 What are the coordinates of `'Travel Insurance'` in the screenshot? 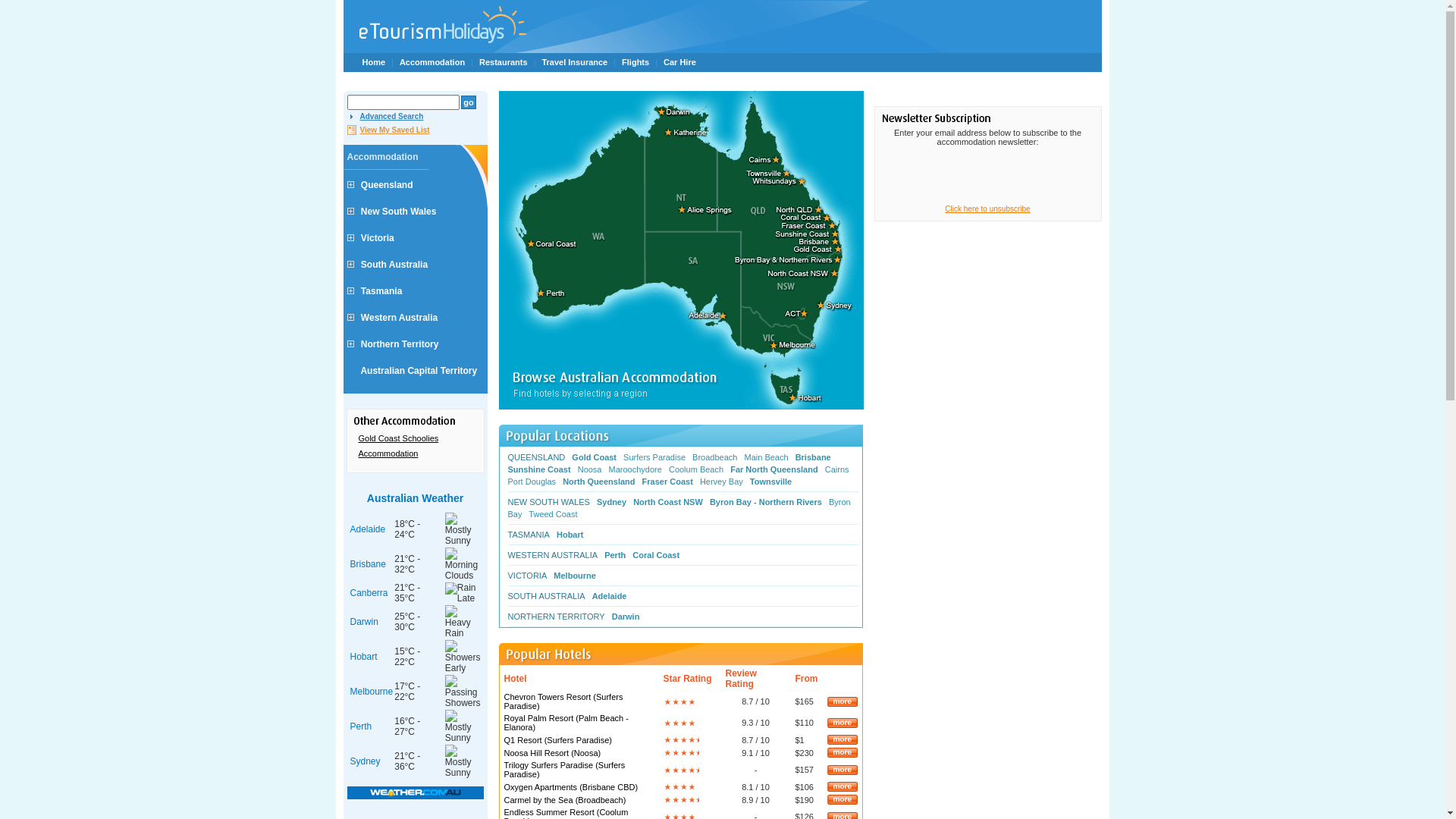 It's located at (573, 61).